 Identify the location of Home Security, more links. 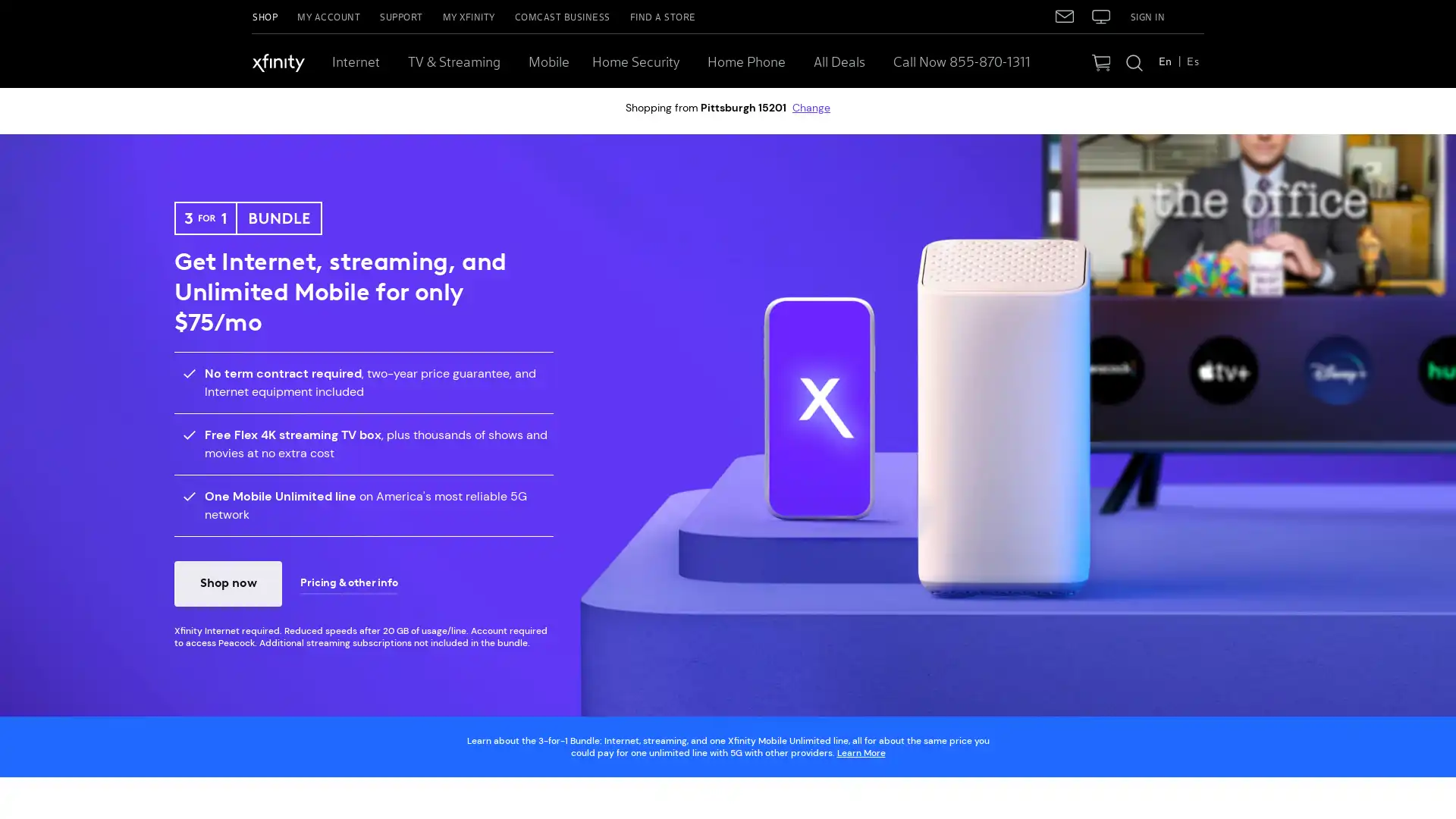
(689, 58).